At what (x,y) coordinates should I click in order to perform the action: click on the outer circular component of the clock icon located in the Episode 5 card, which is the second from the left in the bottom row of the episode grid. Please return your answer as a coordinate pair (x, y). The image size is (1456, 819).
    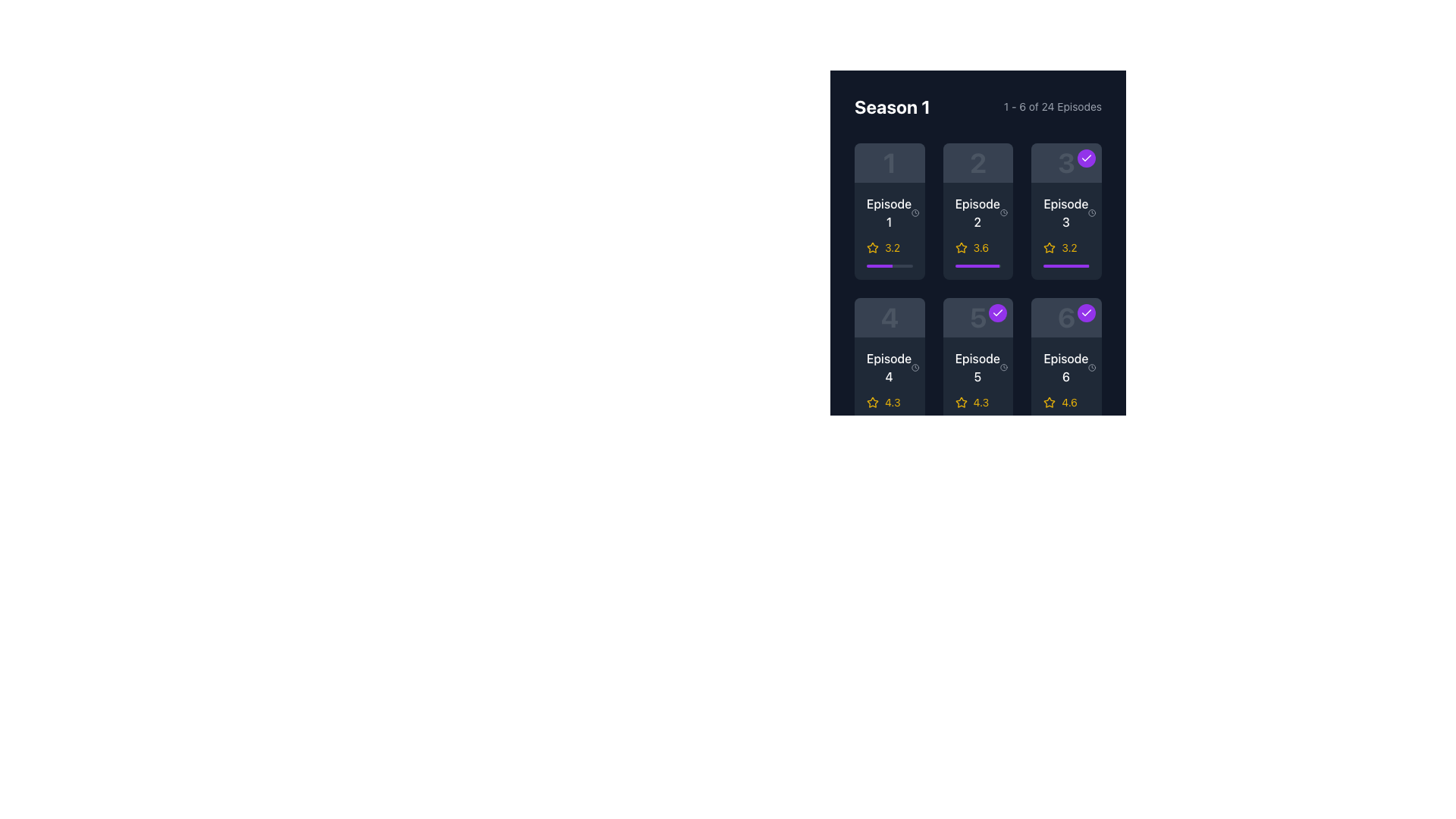
    Looking at the image, I should click on (1004, 368).